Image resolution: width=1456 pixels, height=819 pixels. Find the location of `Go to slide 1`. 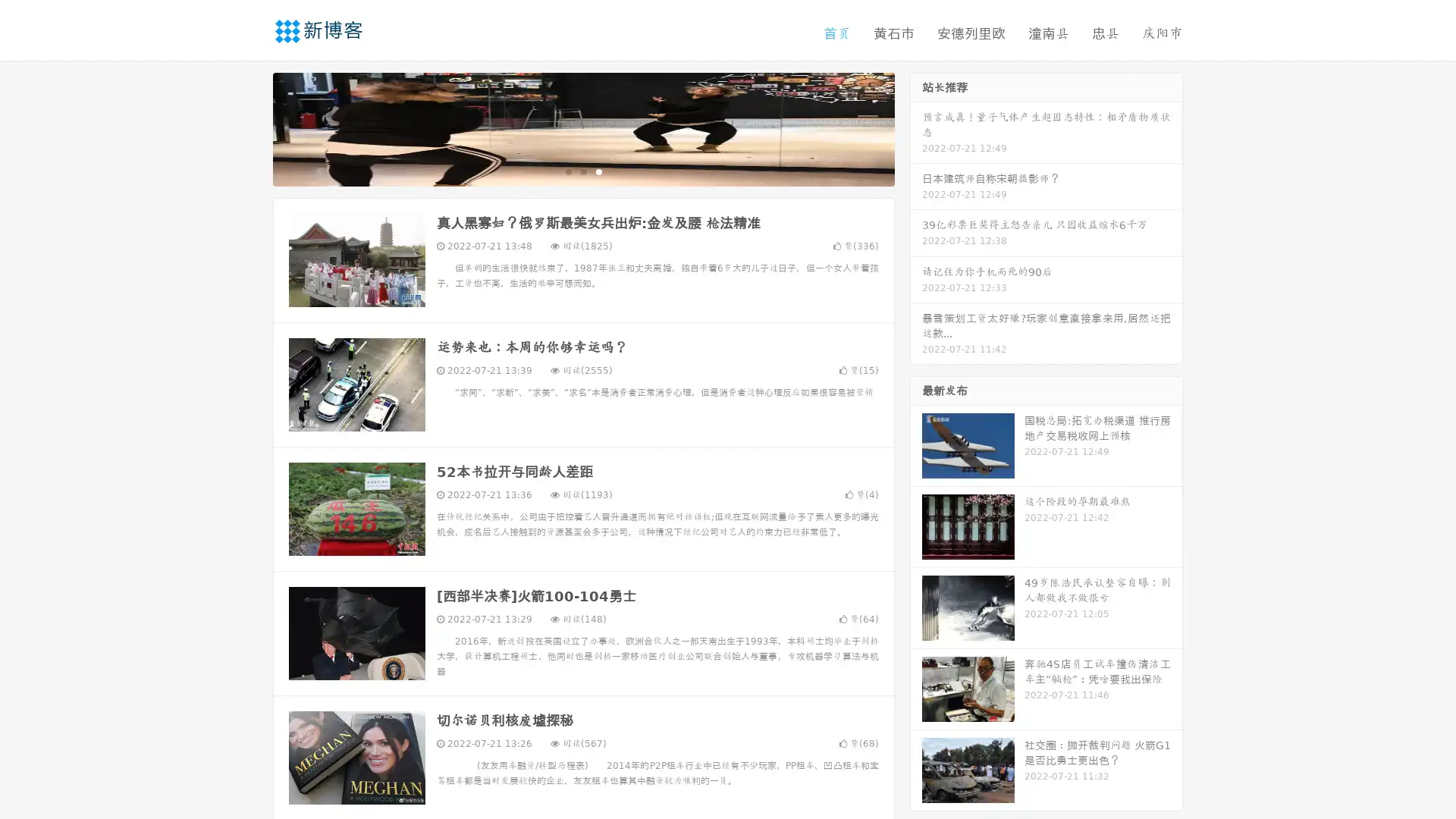

Go to slide 1 is located at coordinates (567, 171).